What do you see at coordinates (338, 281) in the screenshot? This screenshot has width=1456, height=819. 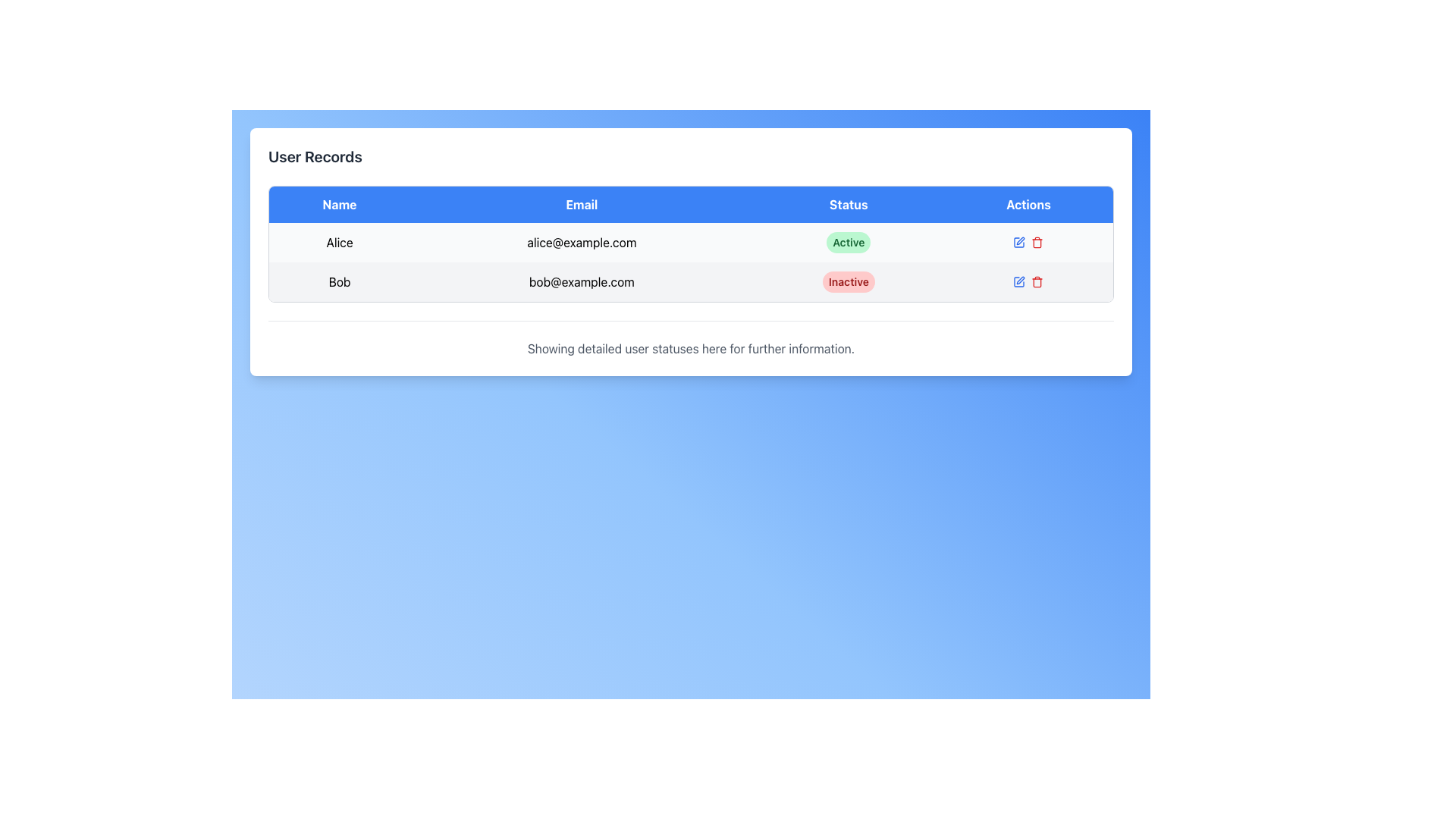 I see `the text label displaying 'Bob' in bold black font located in the first cell of the second row of the user records table` at bounding box center [338, 281].